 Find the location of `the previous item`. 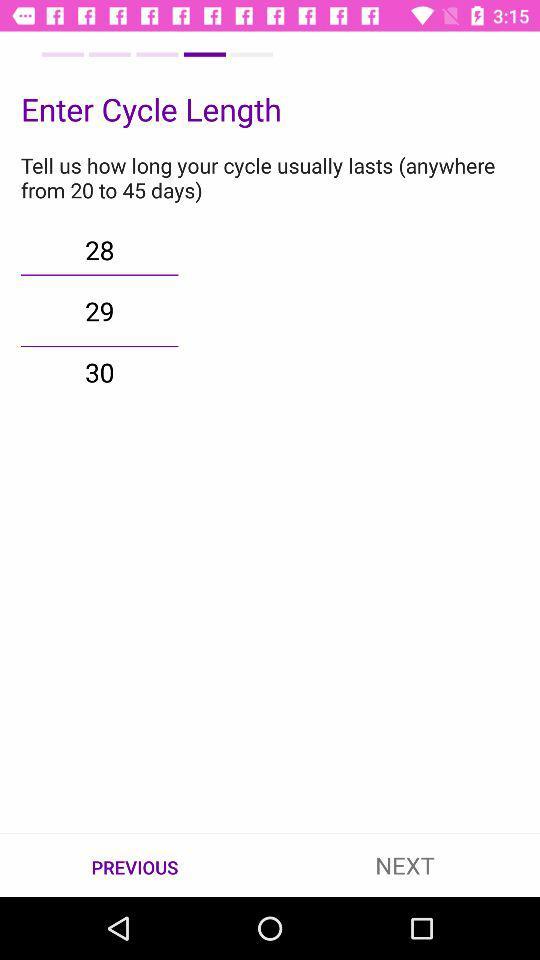

the previous item is located at coordinates (135, 865).